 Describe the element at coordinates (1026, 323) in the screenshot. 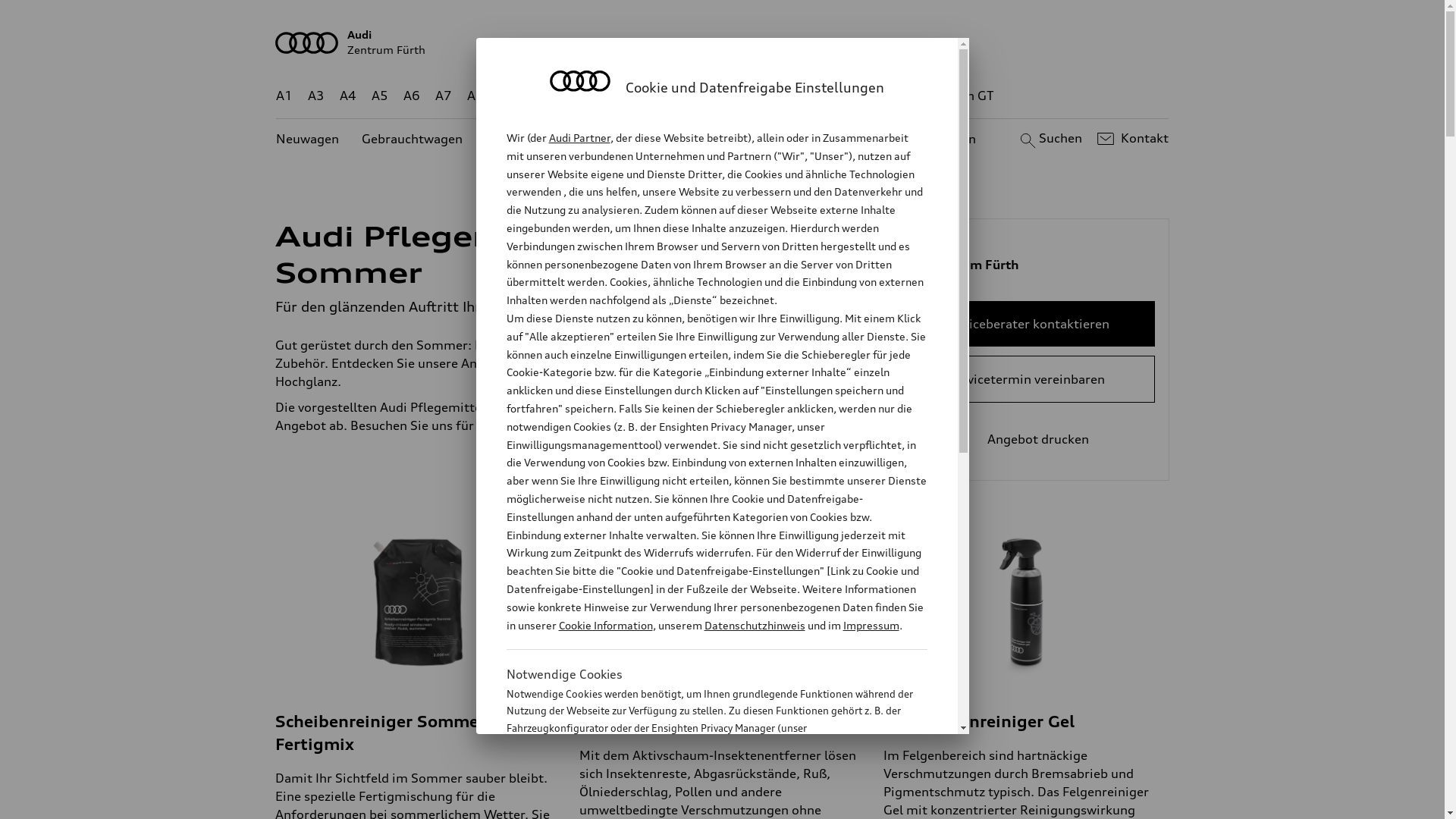

I see `'Serviceberater kontaktieren'` at that location.